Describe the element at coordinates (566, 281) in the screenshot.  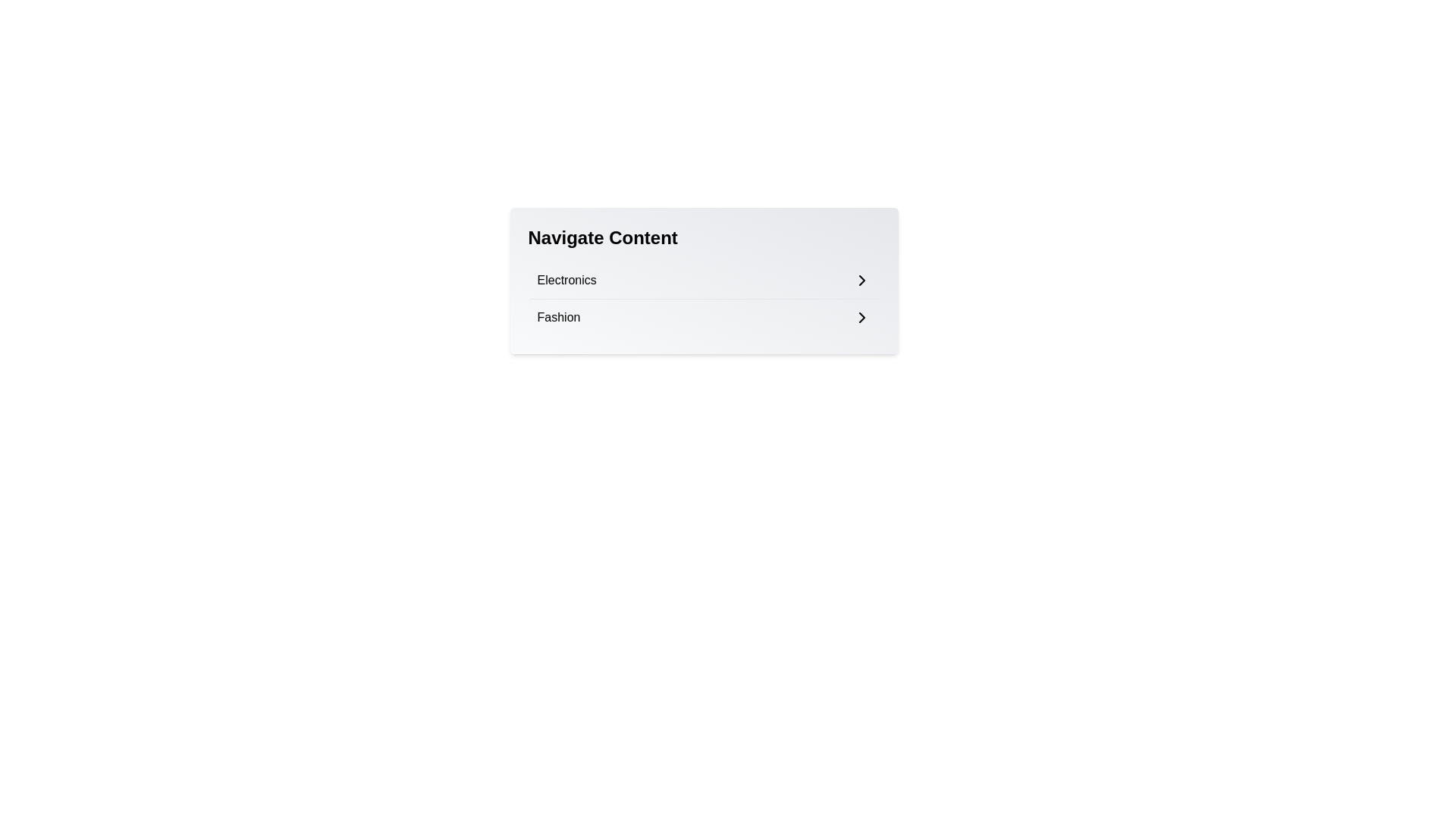
I see `text label positioned at the top of the 'Navigate Content' card interface, which serves as a category or option label` at that location.